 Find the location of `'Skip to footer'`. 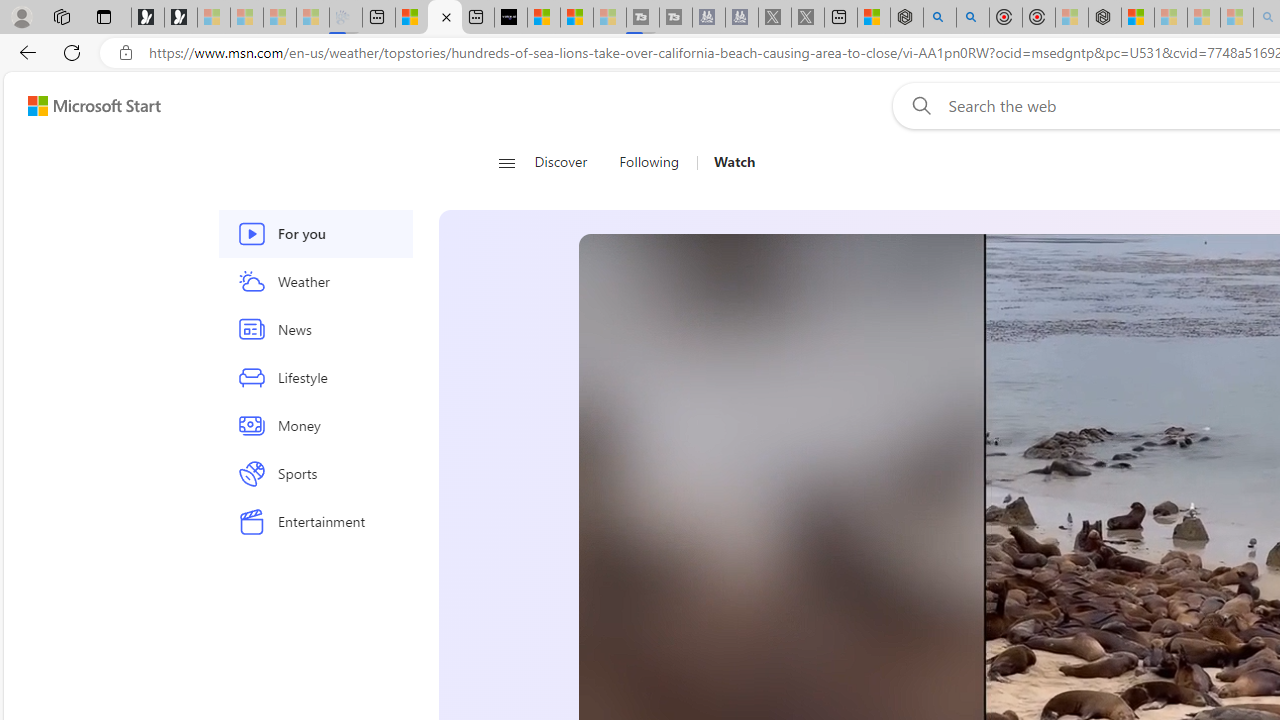

'Skip to footer' is located at coordinates (81, 105).